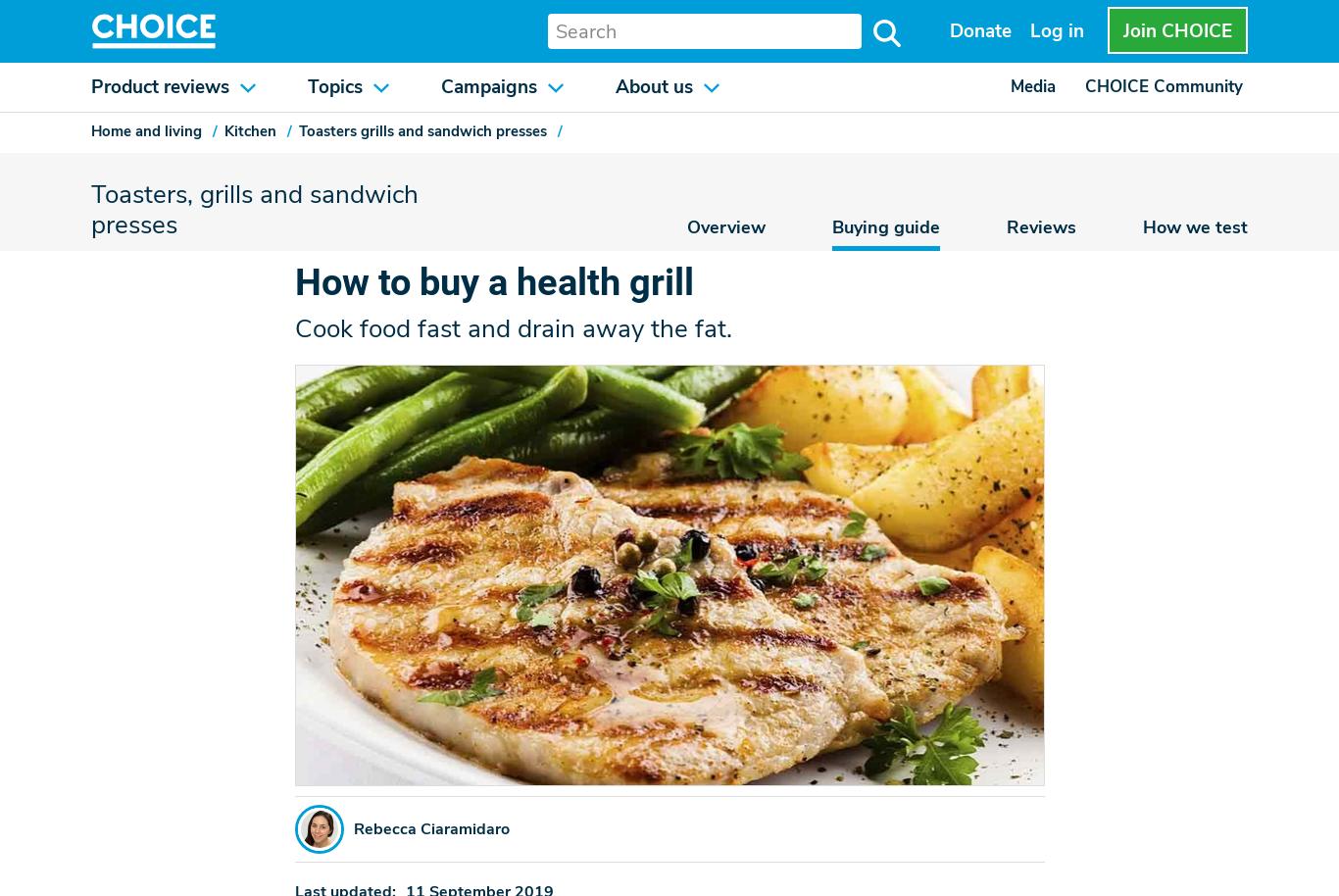 Image resolution: width=1339 pixels, height=896 pixels. Describe the element at coordinates (980, 30) in the screenshot. I see `'Donate'` at that location.